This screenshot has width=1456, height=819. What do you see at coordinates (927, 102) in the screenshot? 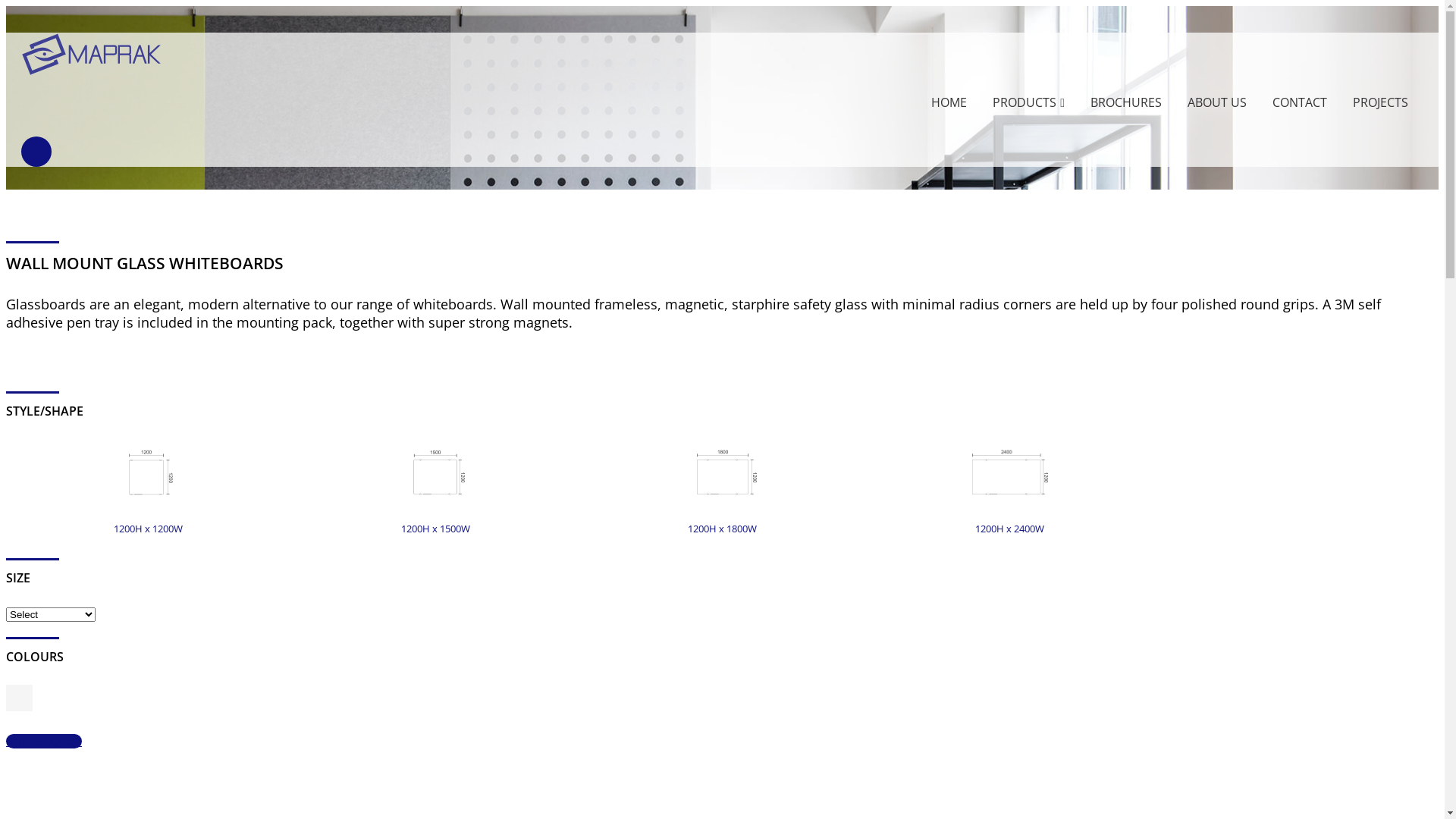
I see `'HOME'` at bounding box center [927, 102].